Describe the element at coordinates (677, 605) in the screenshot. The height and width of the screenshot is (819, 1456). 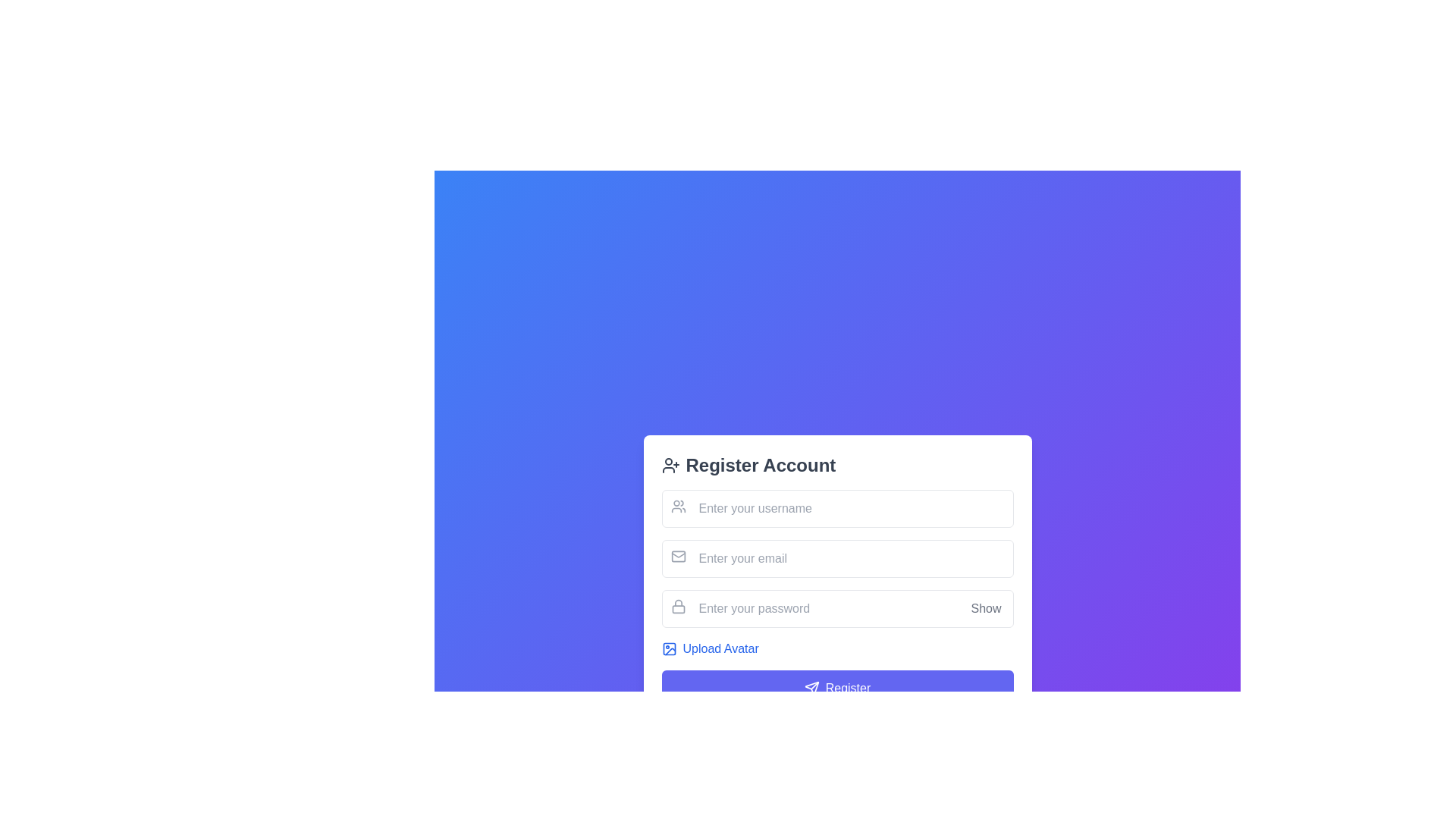
I see `the lock icon located to the left of the password input field, which visually indicates security functionality` at that location.